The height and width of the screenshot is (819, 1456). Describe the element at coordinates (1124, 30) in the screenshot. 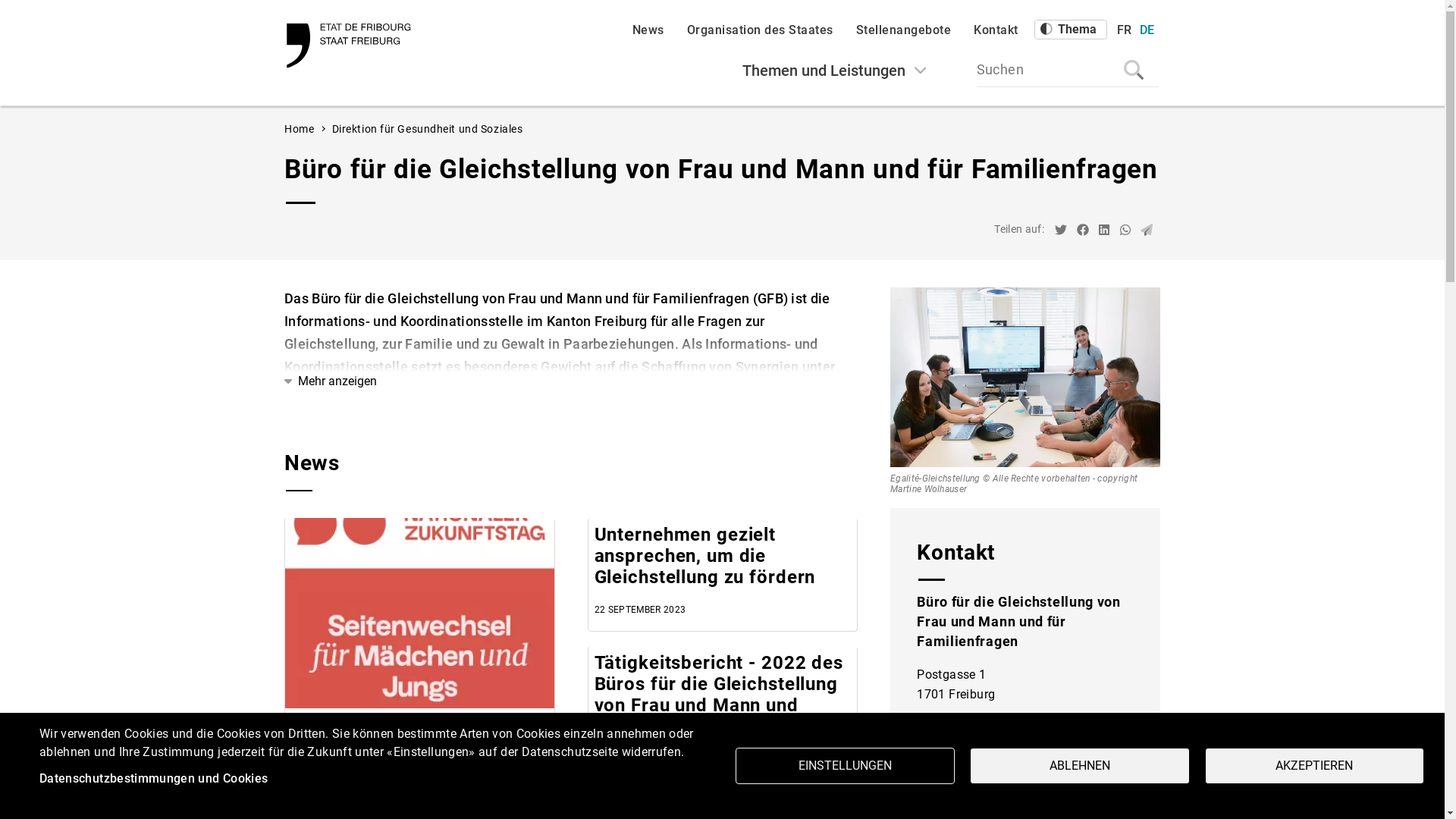

I see `'FR'` at that location.